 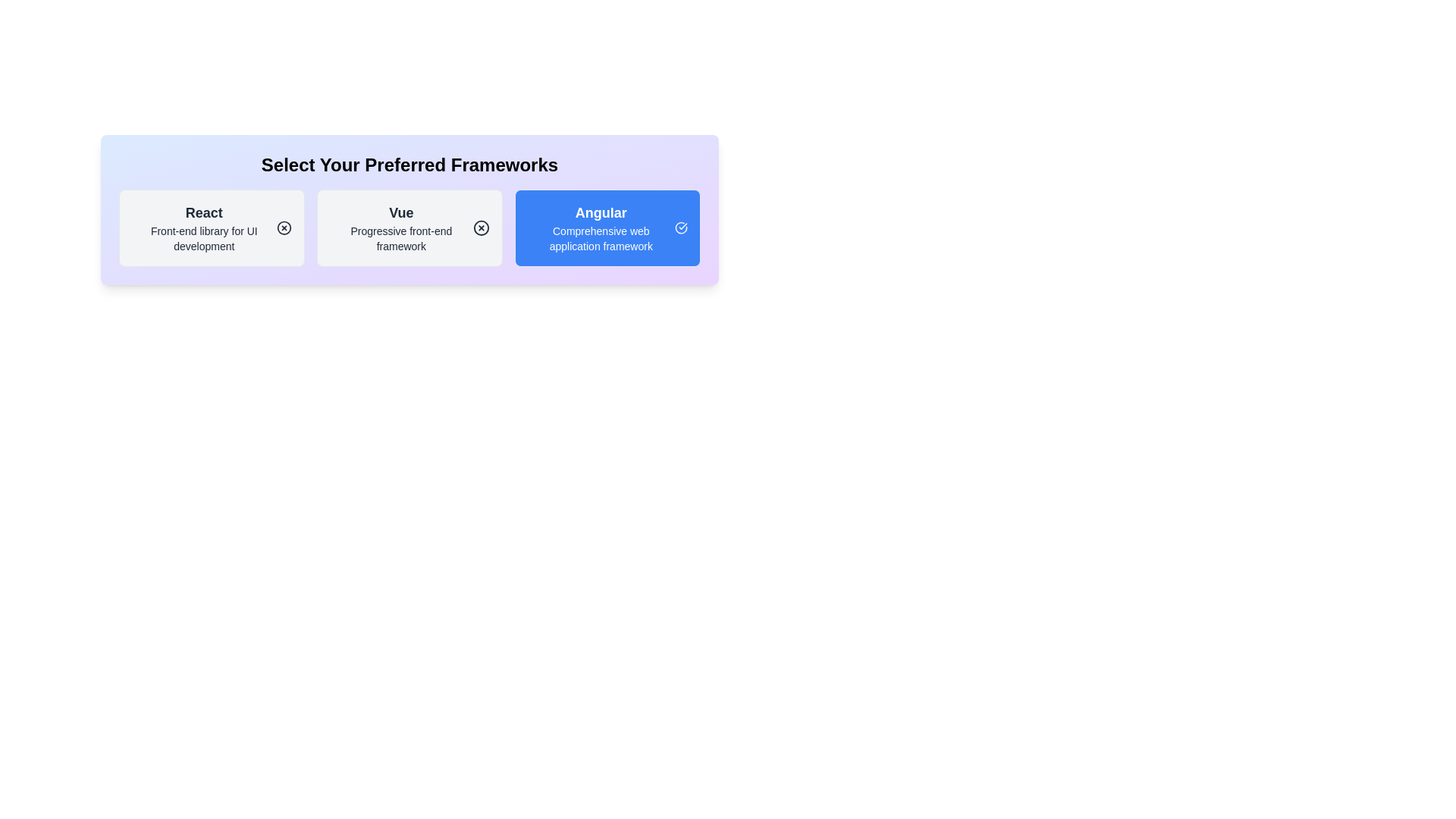 I want to click on the chip labeled Angular, so click(x=607, y=227).